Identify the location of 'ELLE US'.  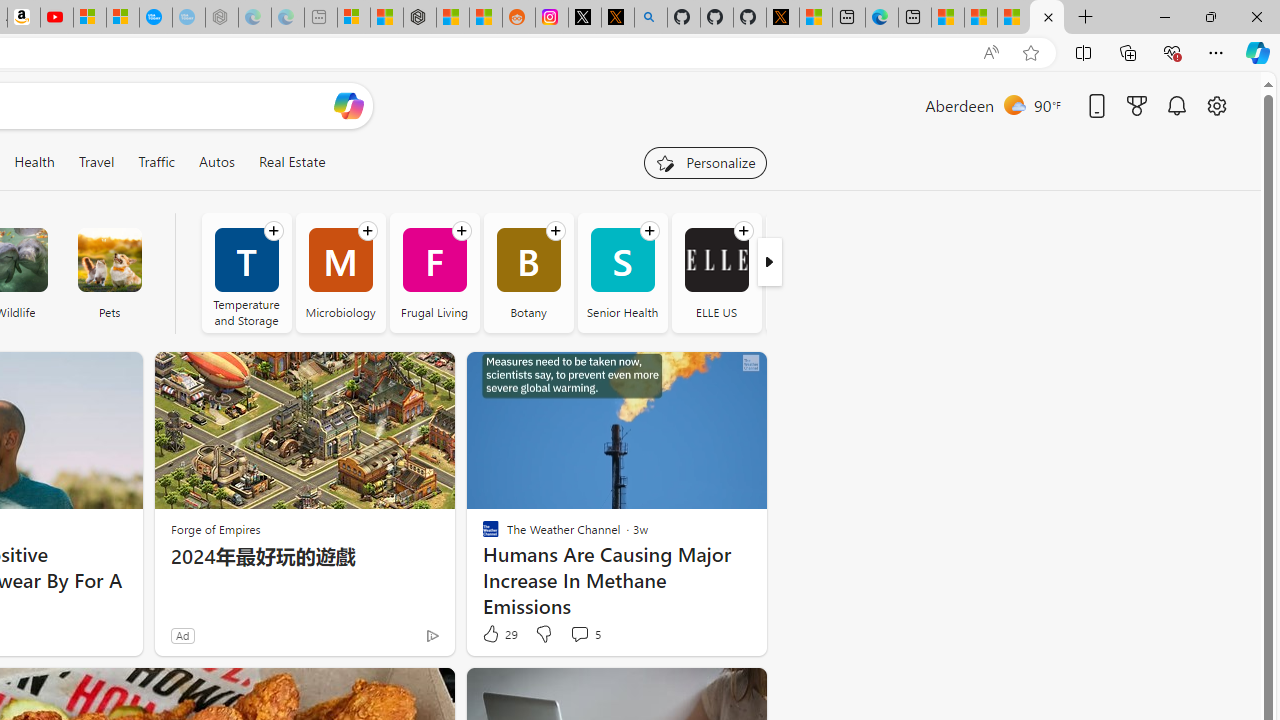
(716, 272).